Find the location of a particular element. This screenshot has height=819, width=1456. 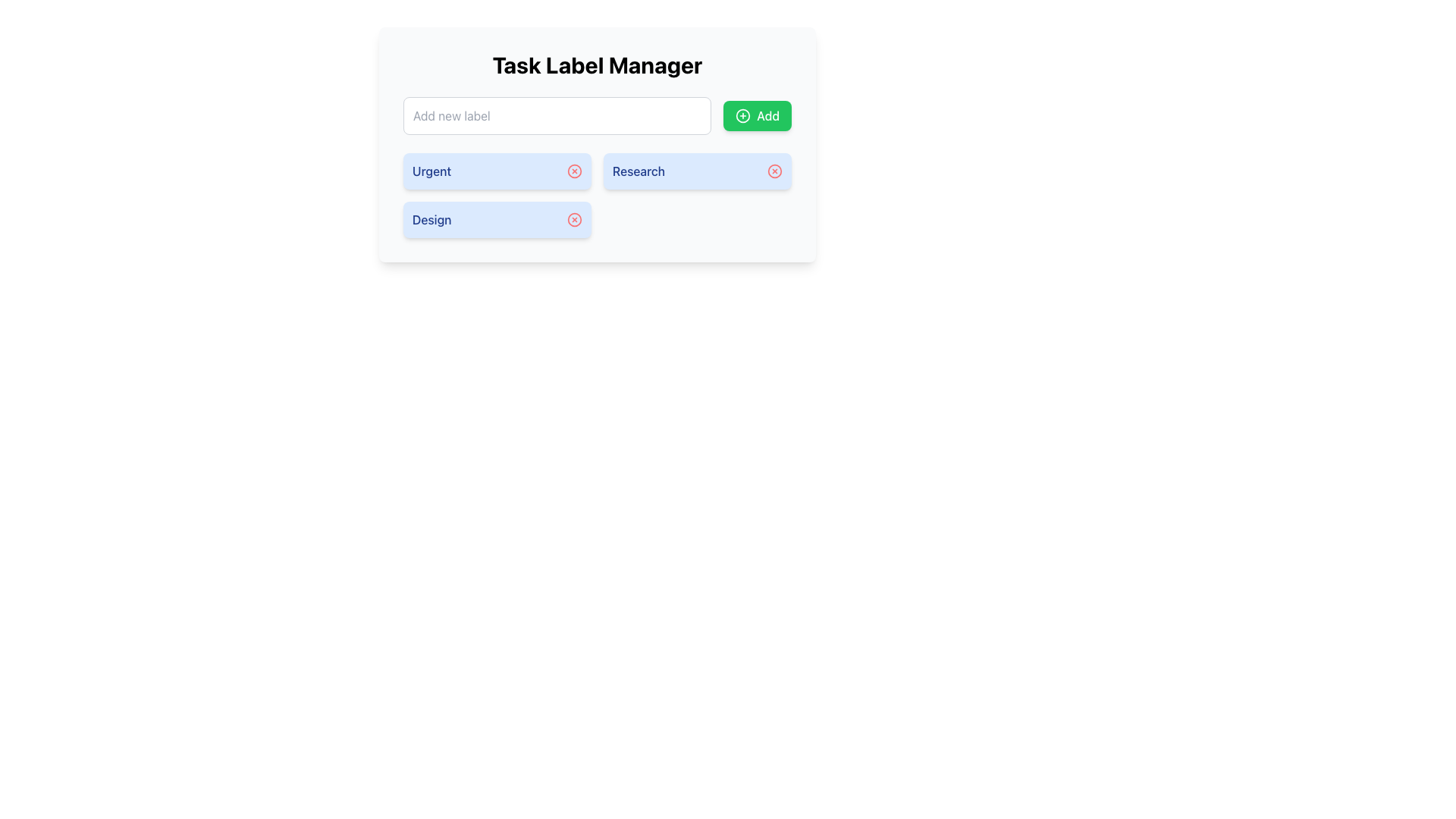

the 'Urgent' label chip with a dismiss button, which has a blue background and a red circular dismiss button with a white 'X' on the right is located at coordinates (497, 171).